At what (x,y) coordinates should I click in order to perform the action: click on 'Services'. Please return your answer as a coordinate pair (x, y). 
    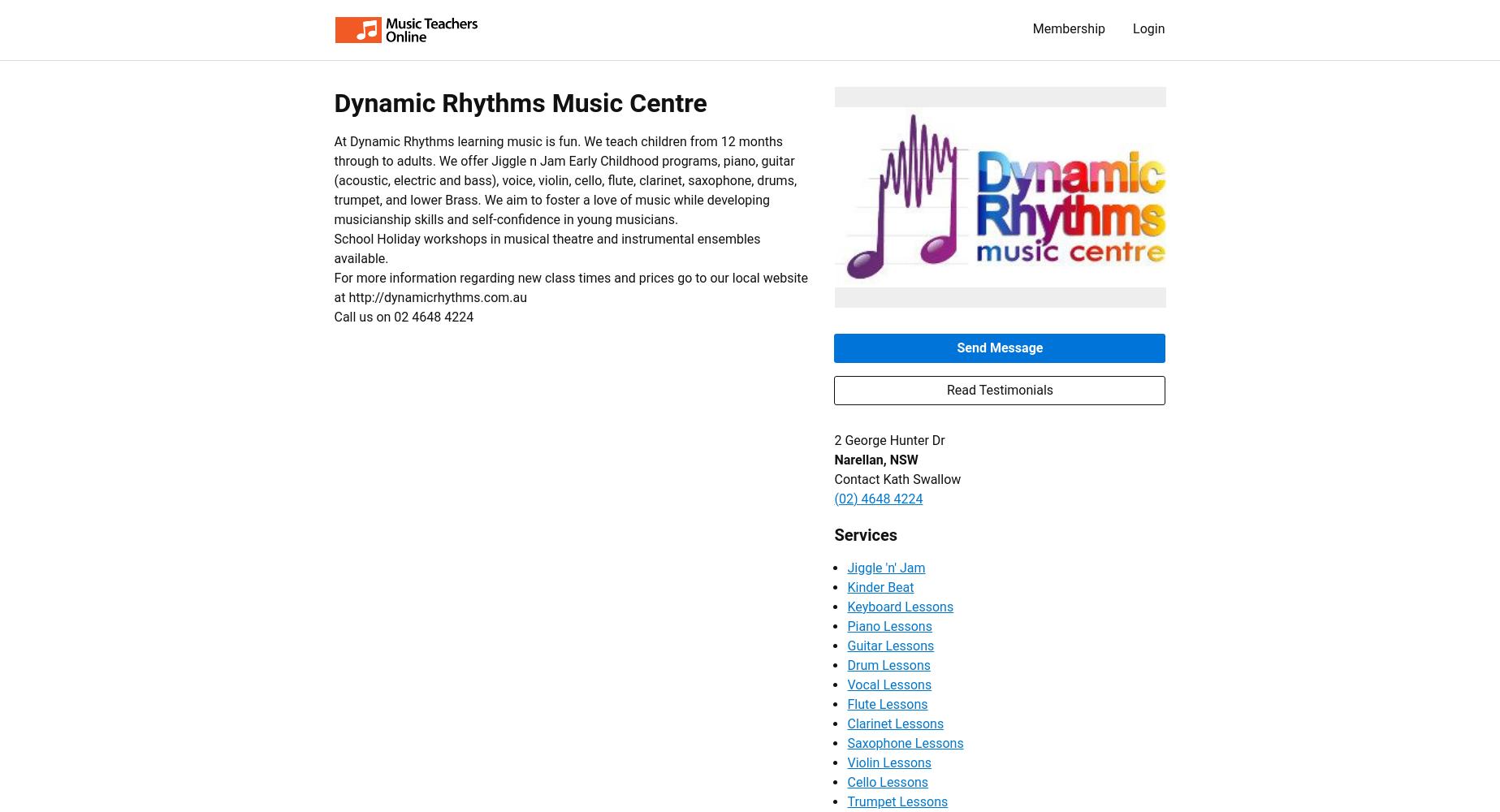
    Looking at the image, I should click on (865, 534).